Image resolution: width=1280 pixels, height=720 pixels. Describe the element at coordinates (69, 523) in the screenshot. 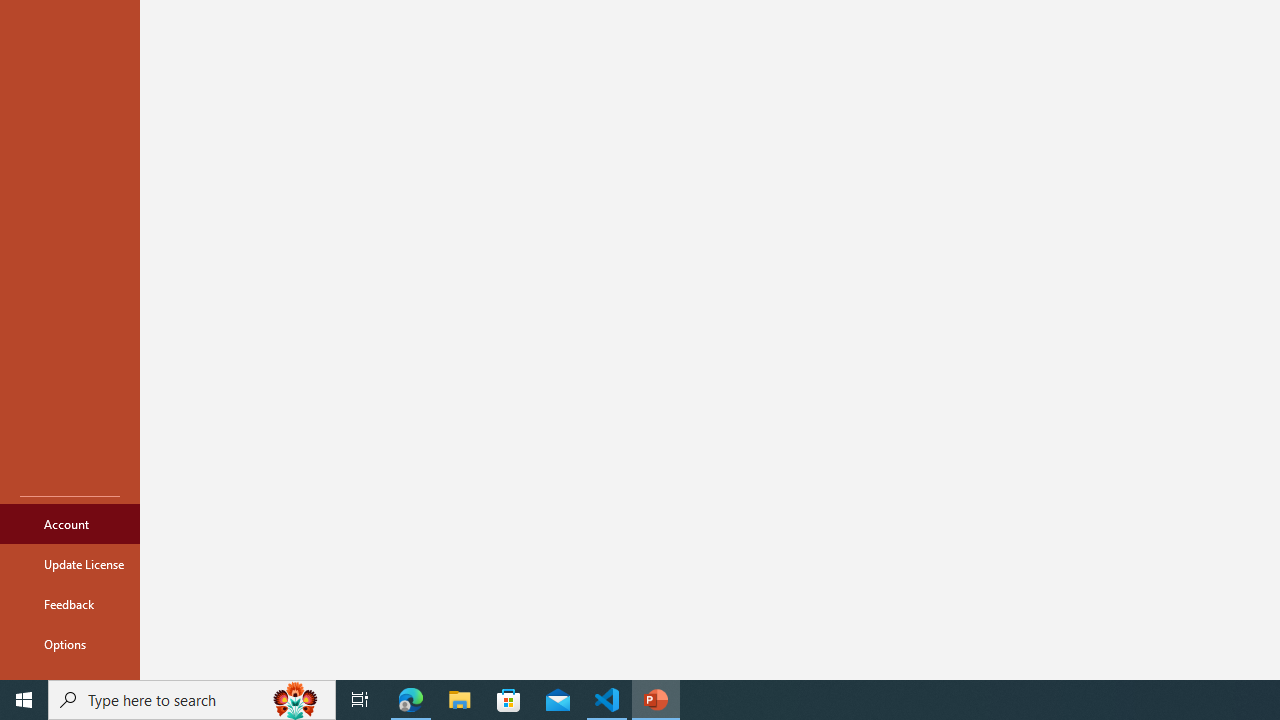

I see `'Account'` at that location.